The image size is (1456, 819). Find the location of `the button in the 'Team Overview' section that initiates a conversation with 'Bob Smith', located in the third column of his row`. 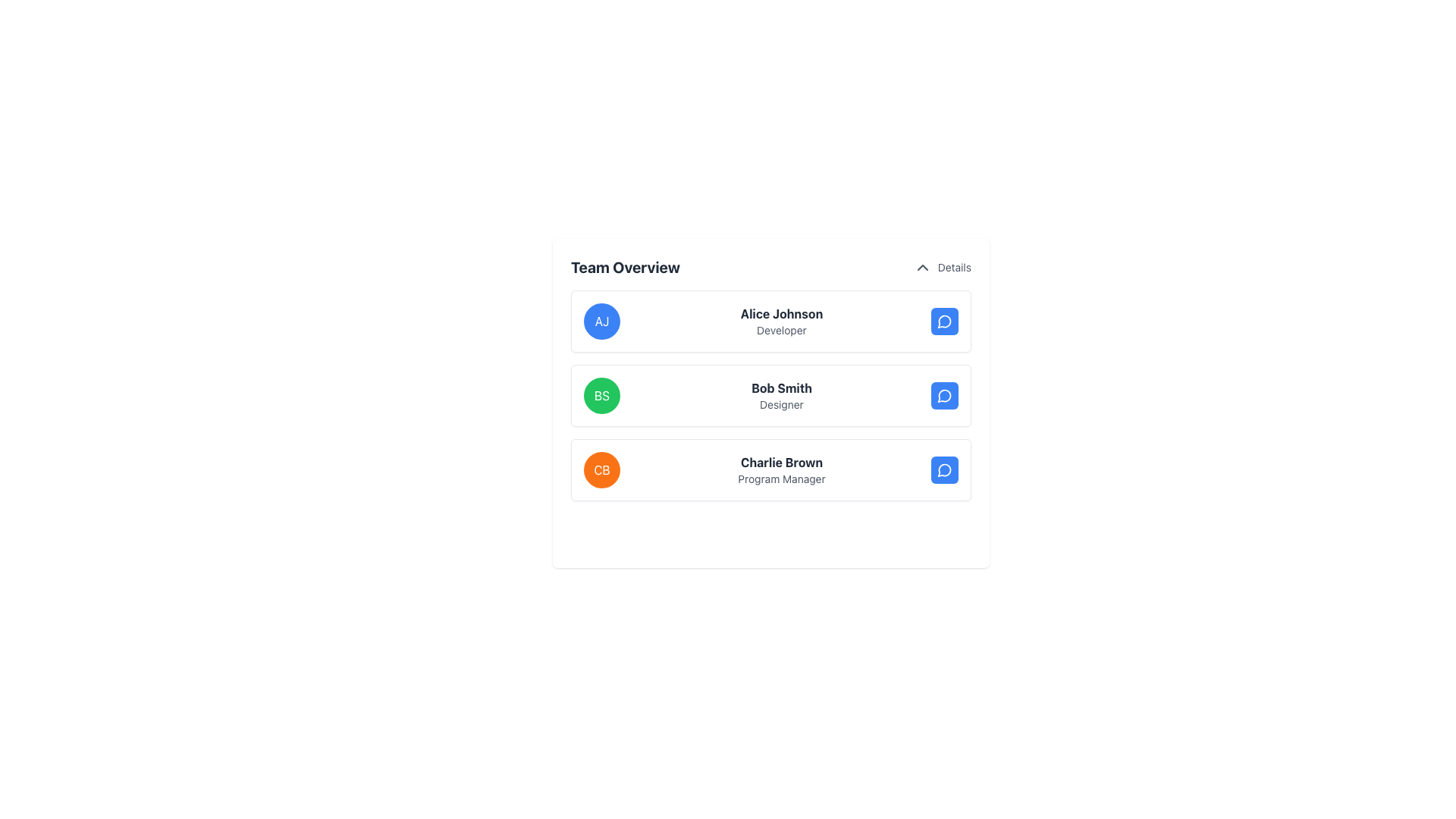

the button in the 'Team Overview' section that initiates a conversation with 'Bob Smith', located in the third column of his row is located at coordinates (944, 394).